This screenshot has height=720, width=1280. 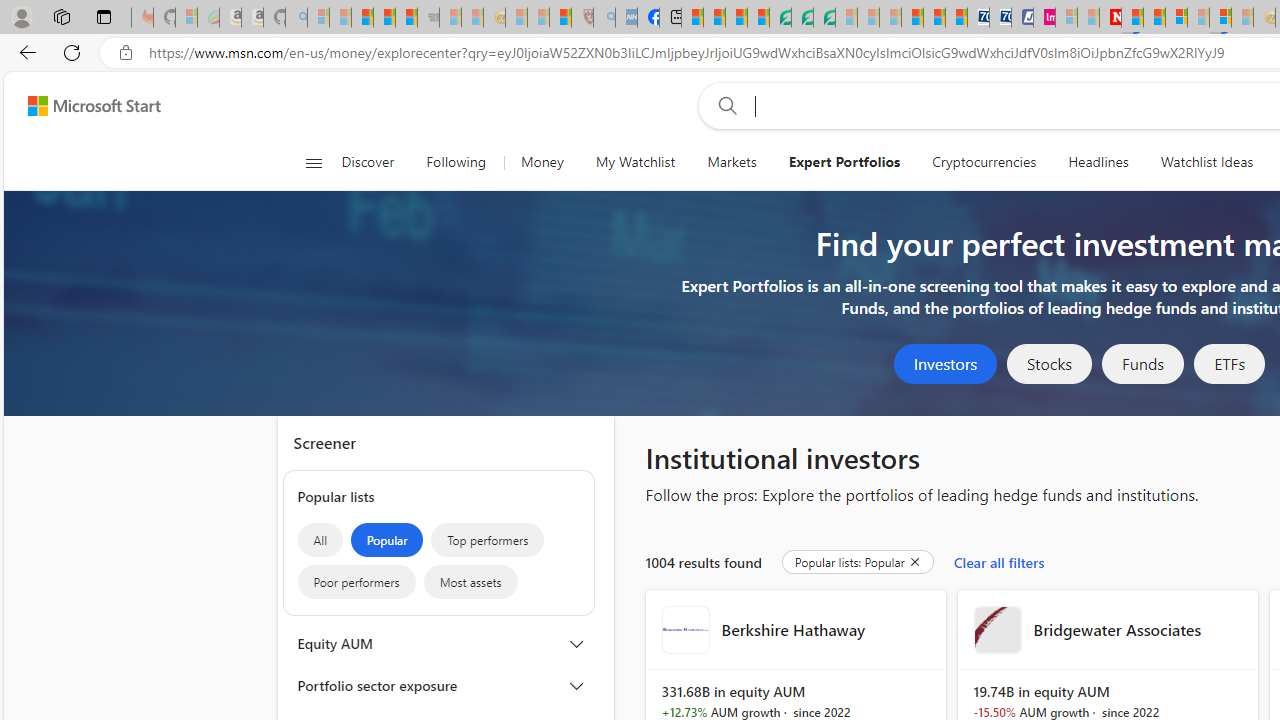 I want to click on 'My Watchlist', so click(x=634, y=162).